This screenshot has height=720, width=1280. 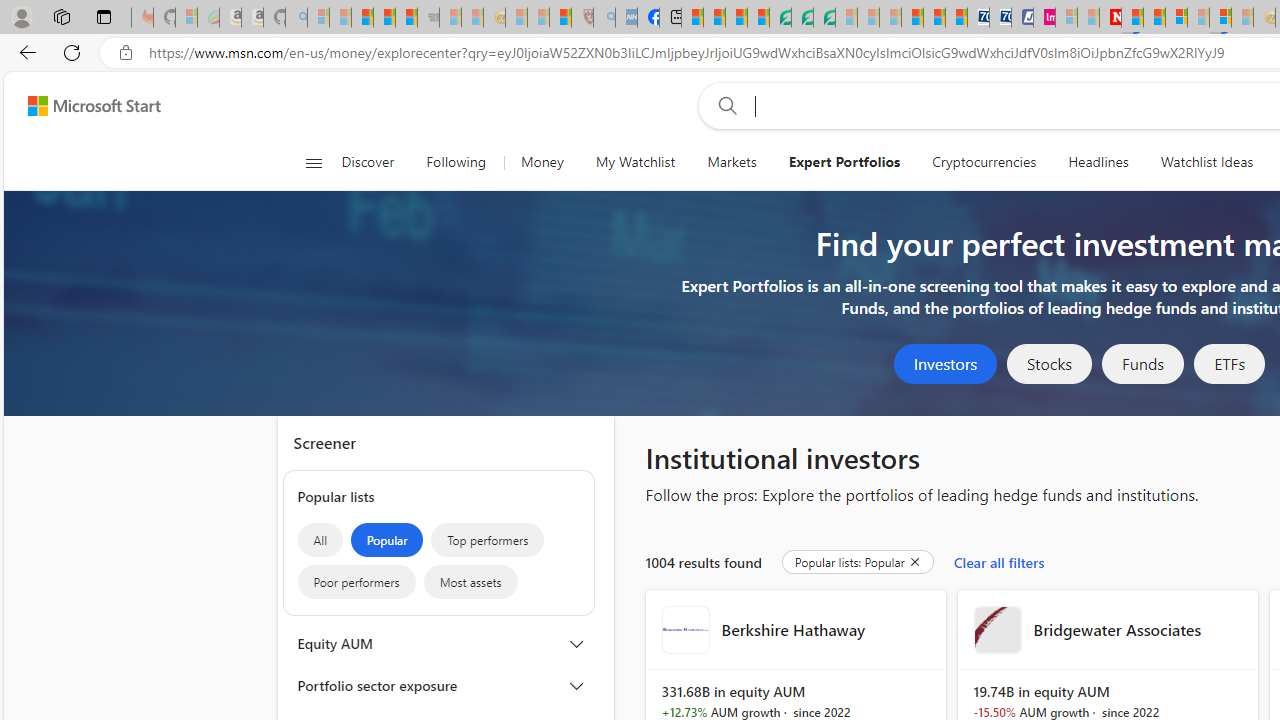 I want to click on 'My Watchlist', so click(x=634, y=162).